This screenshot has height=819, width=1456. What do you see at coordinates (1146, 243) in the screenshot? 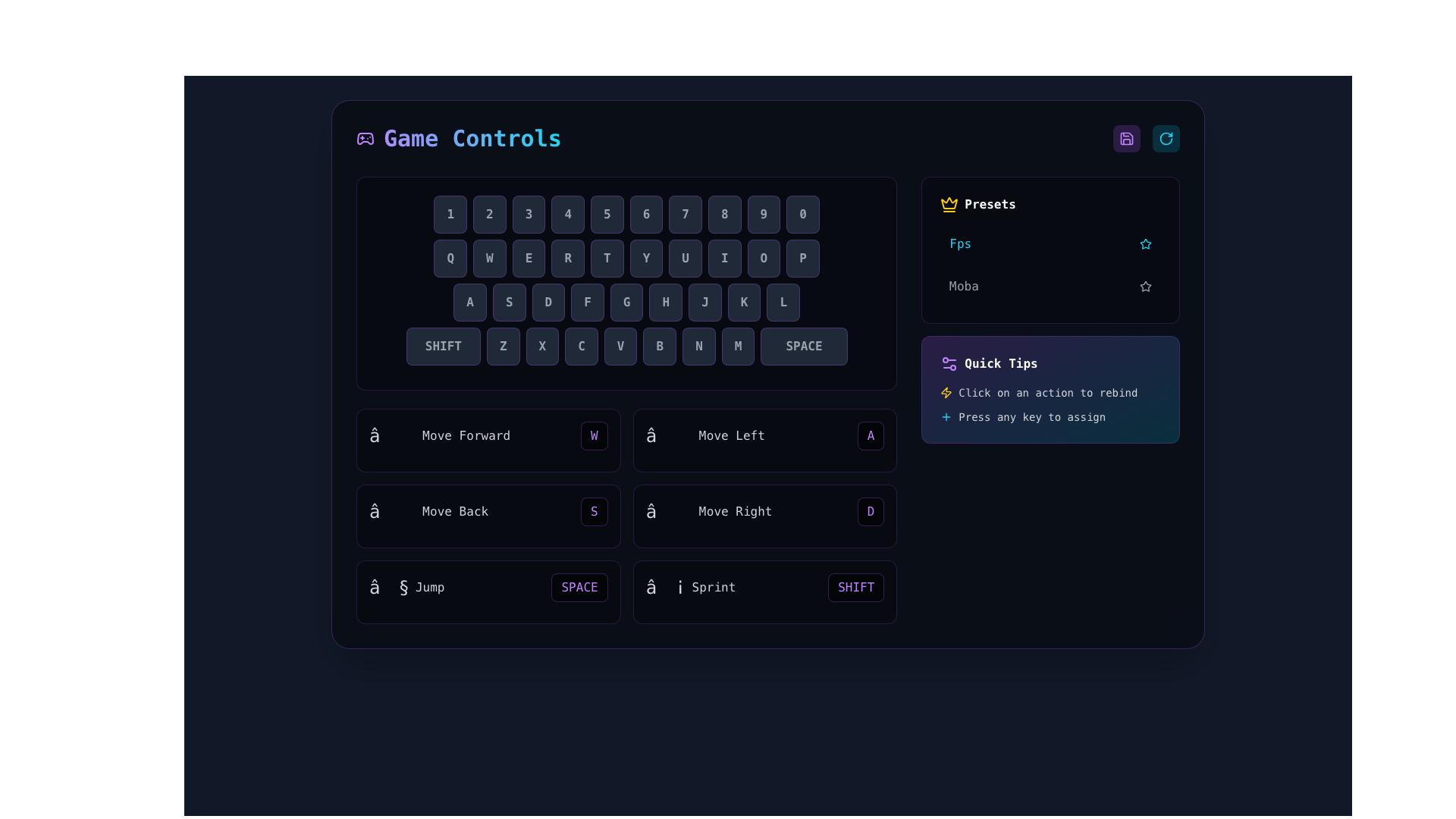
I see `the interactive star icon next to the 'Fps' label in the 'Presets' section to favorite or select it` at bounding box center [1146, 243].